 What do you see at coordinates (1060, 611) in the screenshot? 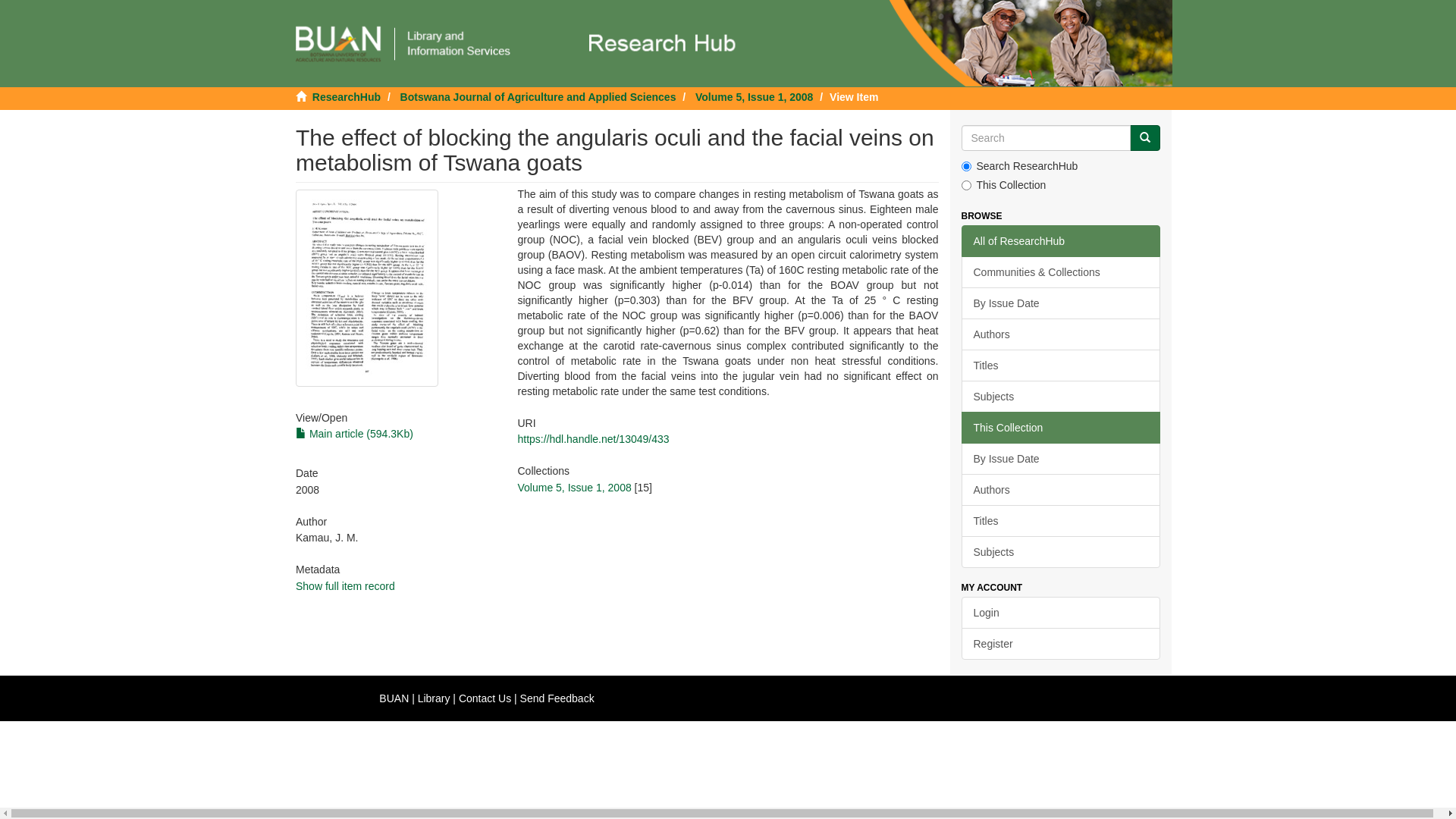
I see `'Login'` at bounding box center [1060, 611].